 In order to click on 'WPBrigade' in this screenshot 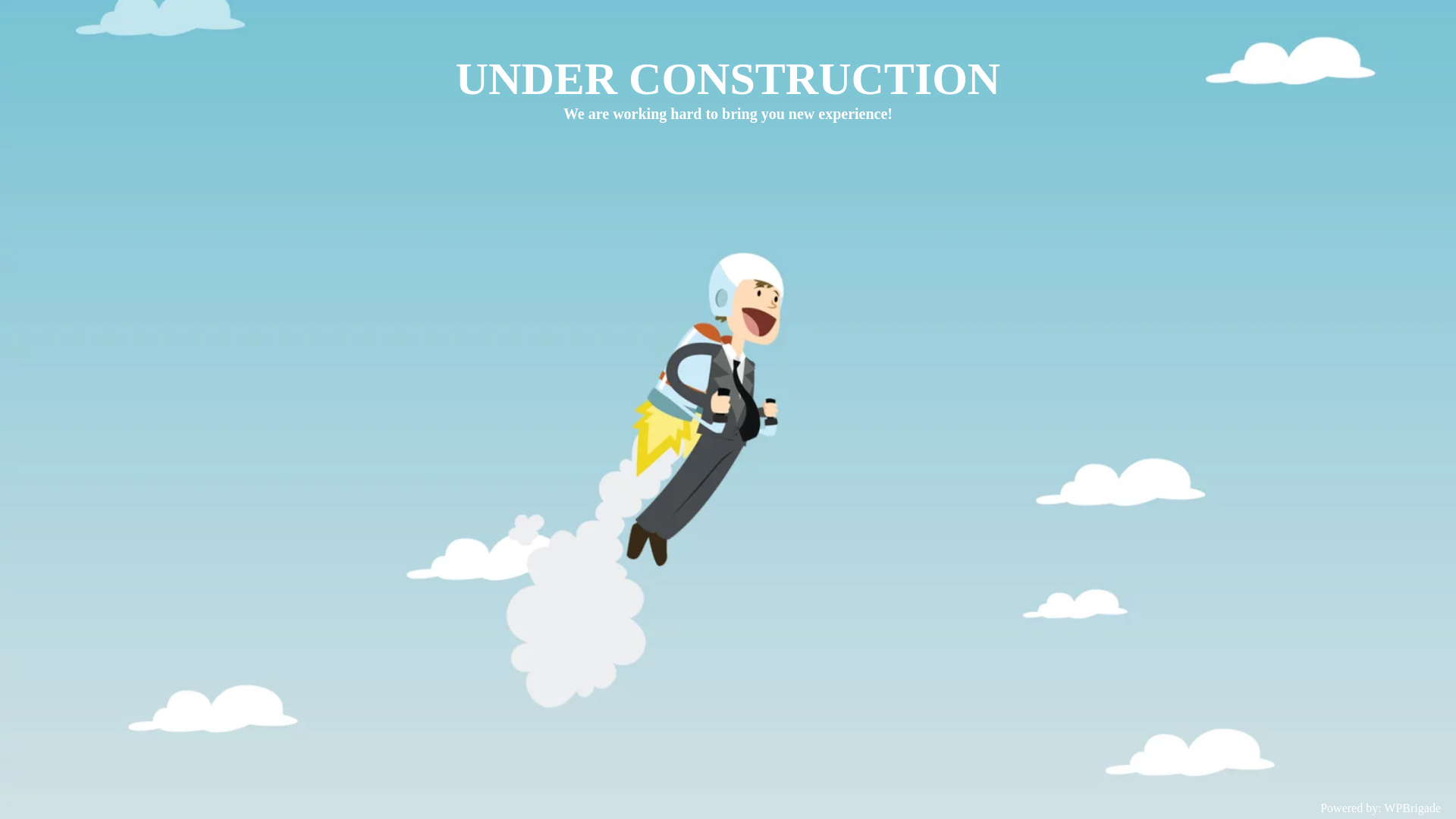, I will do `click(1411, 807)`.